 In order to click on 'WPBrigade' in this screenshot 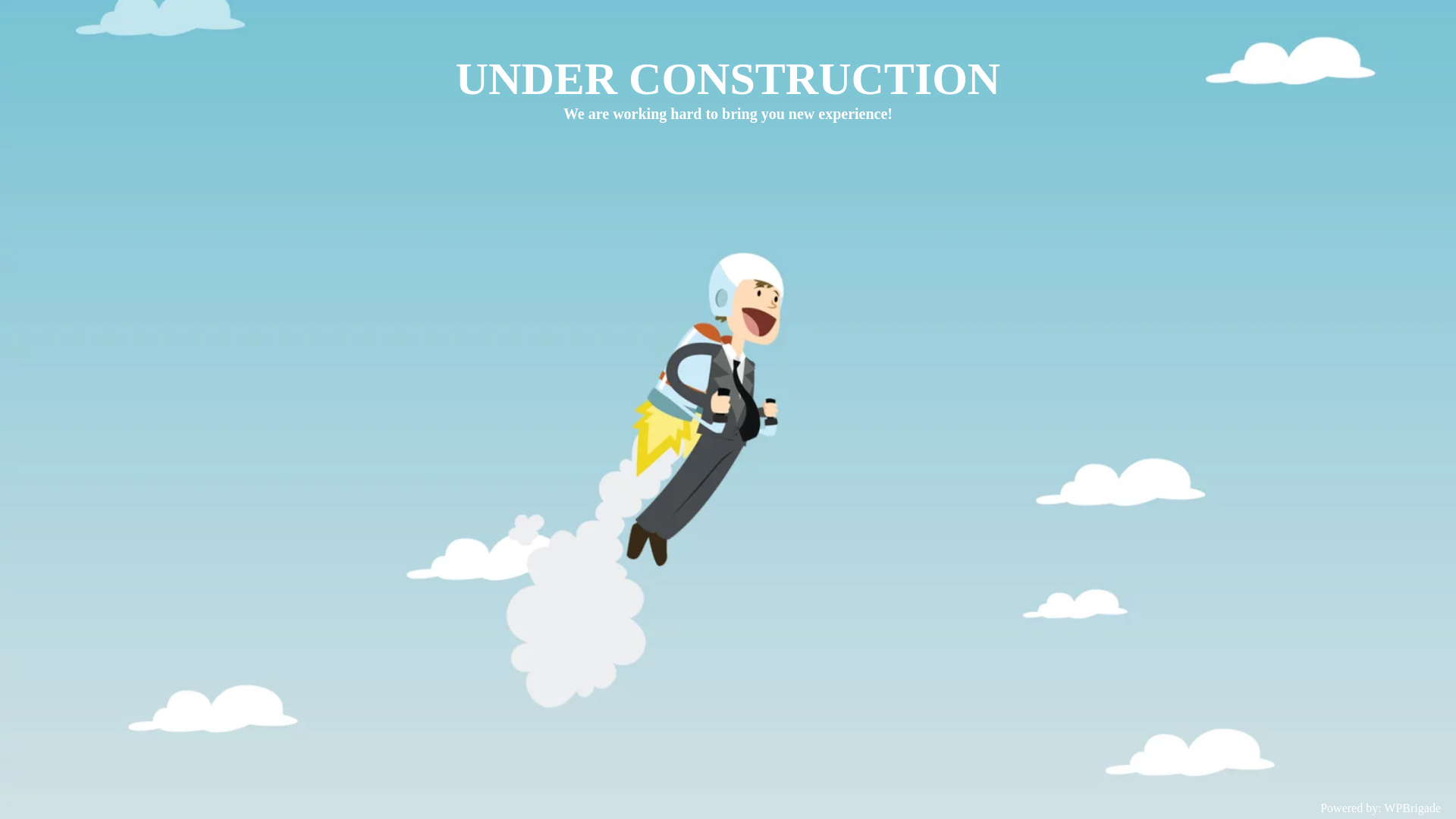, I will do `click(1411, 807)`.